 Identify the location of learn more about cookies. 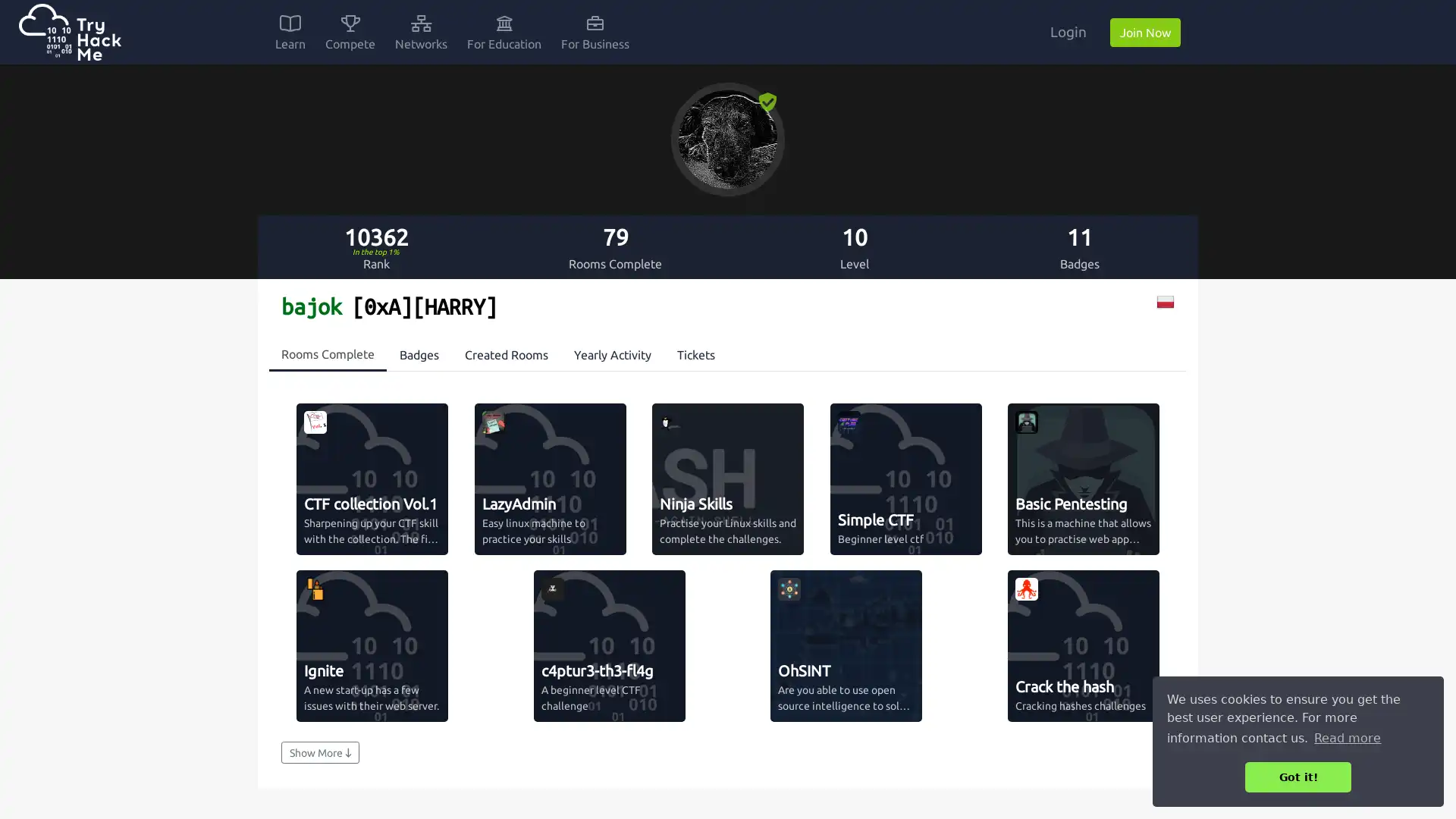
(1347, 737).